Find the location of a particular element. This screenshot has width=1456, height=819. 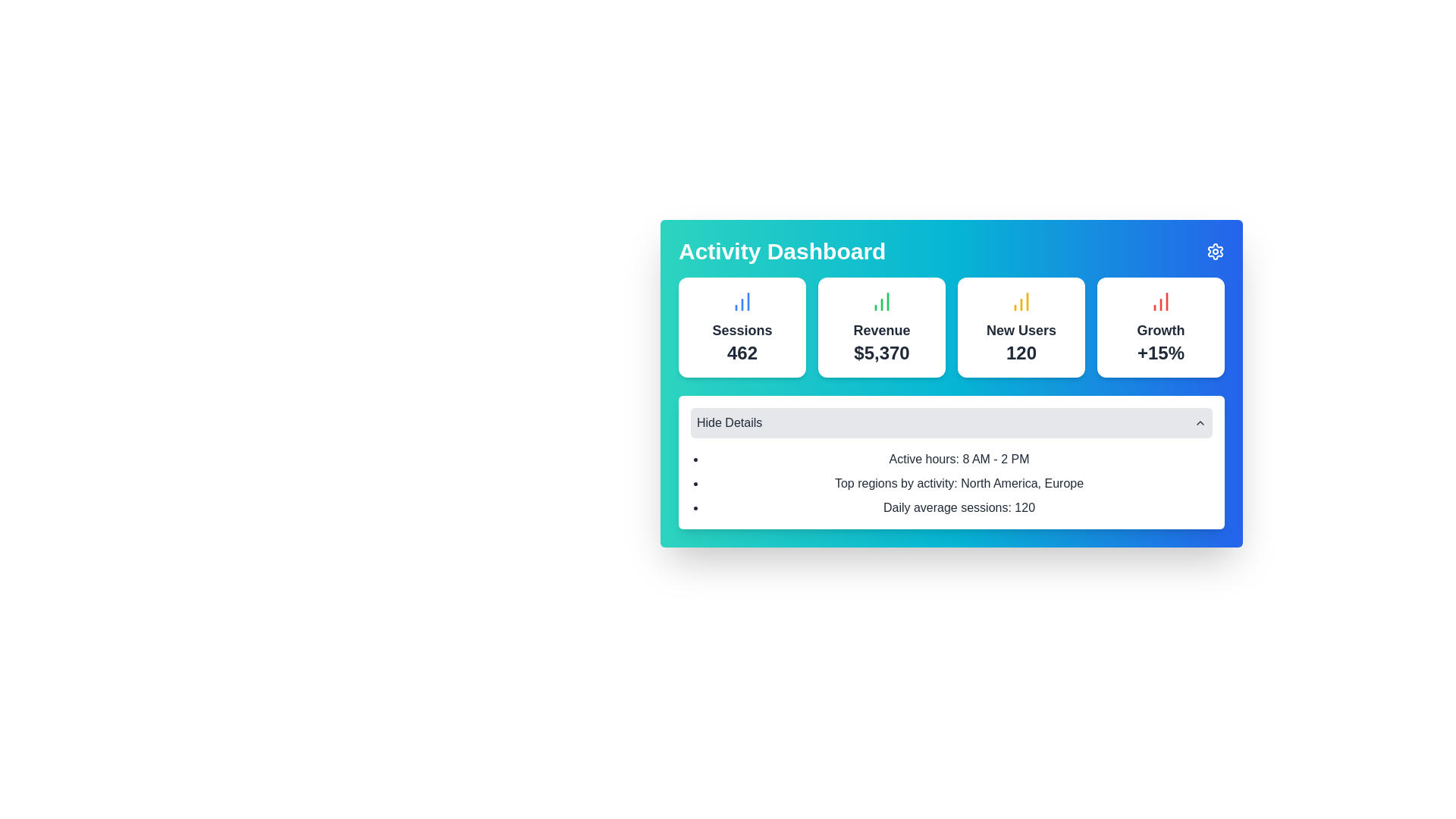

the revenue information displayed on the second informational card in the top row of the dashboard, which summarizes revenue data with a chart icon, title, and value is located at coordinates (881, 327).